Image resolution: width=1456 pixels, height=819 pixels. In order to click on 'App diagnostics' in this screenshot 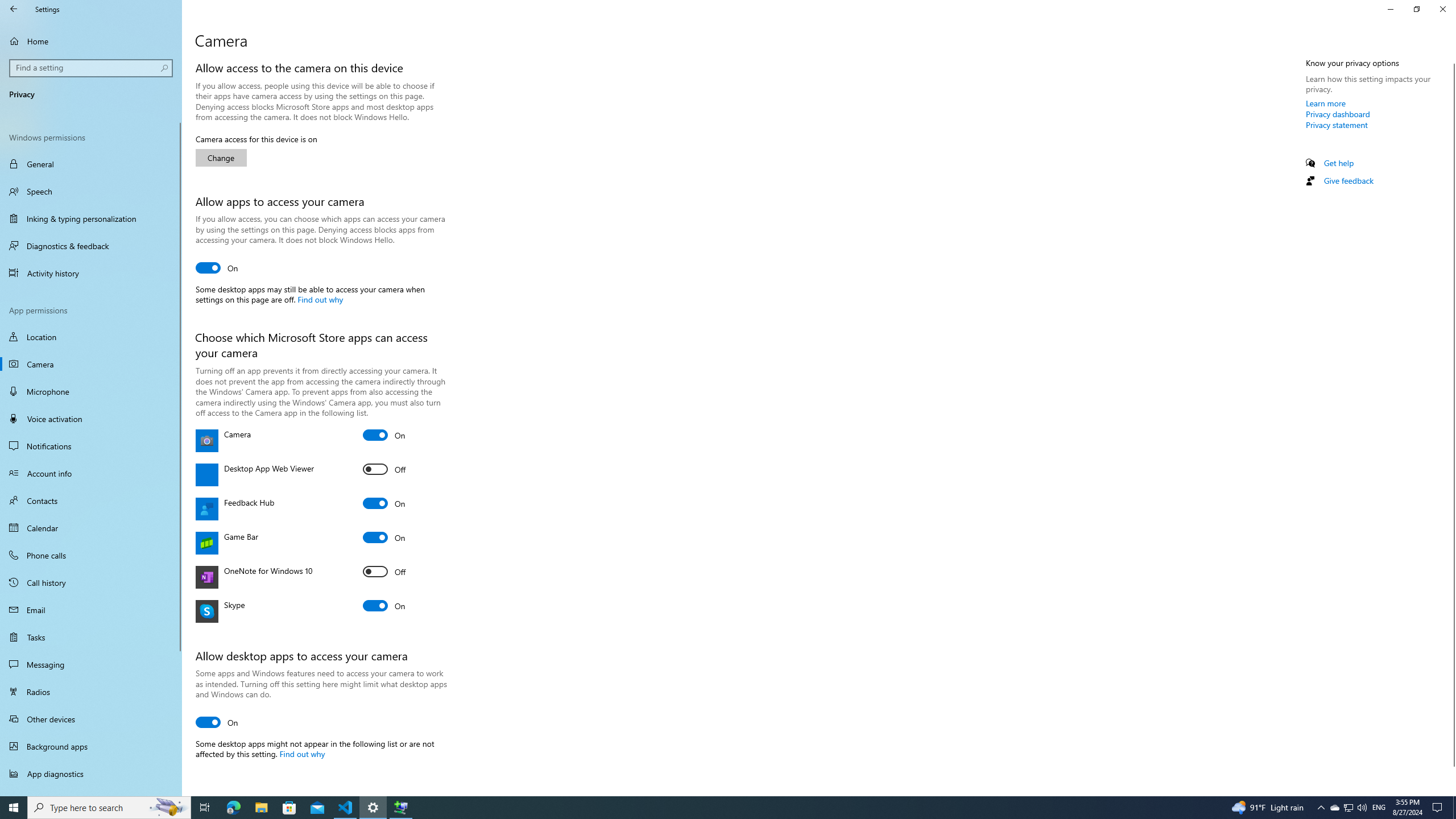, I will do `click(90, 773)`.